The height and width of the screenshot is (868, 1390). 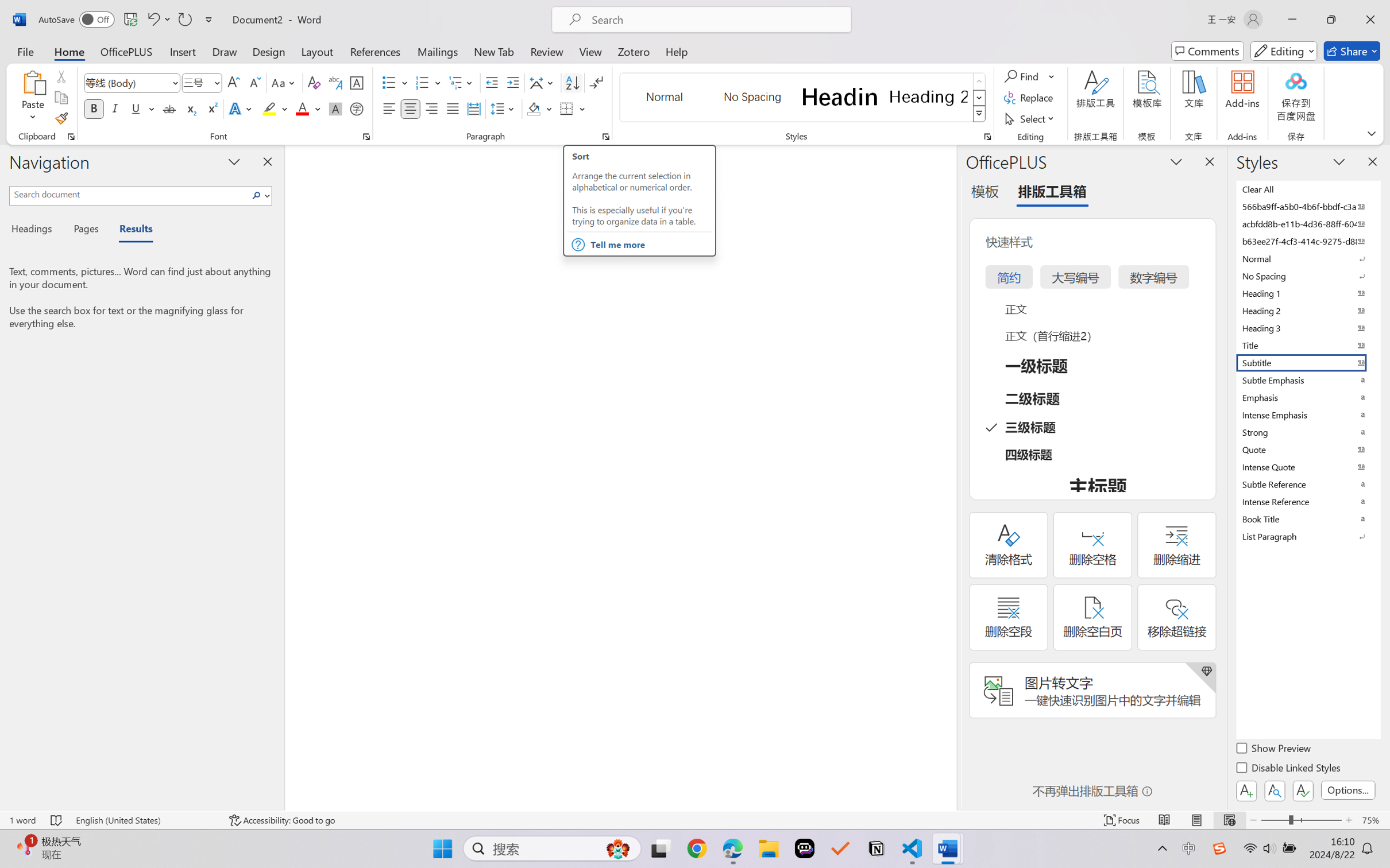 I want to click on 'Row up', so click(x=978, y=81).